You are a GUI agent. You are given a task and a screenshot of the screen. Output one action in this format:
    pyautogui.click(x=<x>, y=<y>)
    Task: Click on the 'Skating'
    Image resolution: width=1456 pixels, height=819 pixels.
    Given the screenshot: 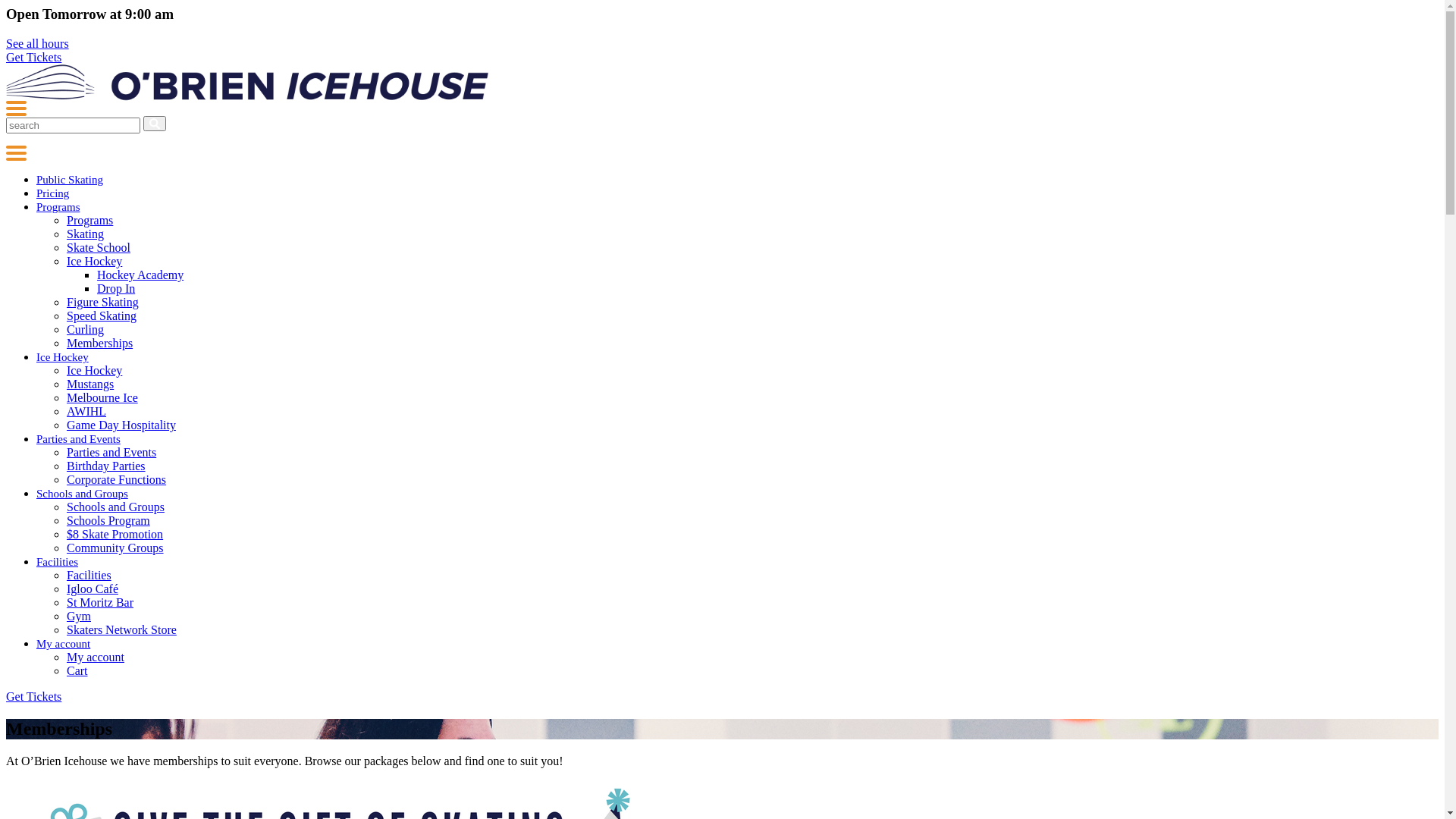 What is the action you would take?
    pyautogui.click(x=84, y=234)
    